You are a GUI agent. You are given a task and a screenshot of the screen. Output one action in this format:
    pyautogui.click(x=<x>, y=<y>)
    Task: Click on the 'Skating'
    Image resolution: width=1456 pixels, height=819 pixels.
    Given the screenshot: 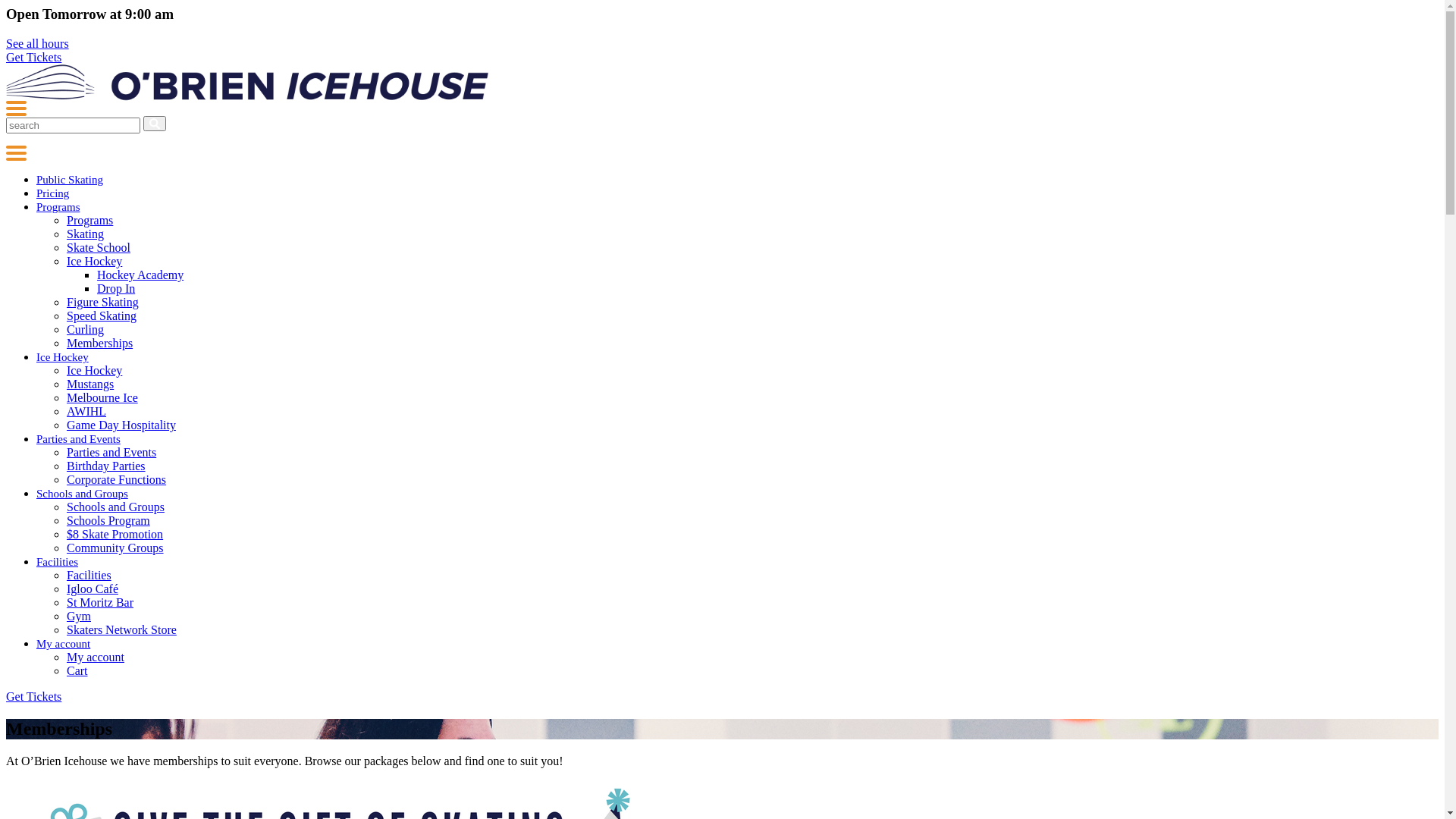 What is the action you would take?
    pyautogui.click(x=84, y=234)
    